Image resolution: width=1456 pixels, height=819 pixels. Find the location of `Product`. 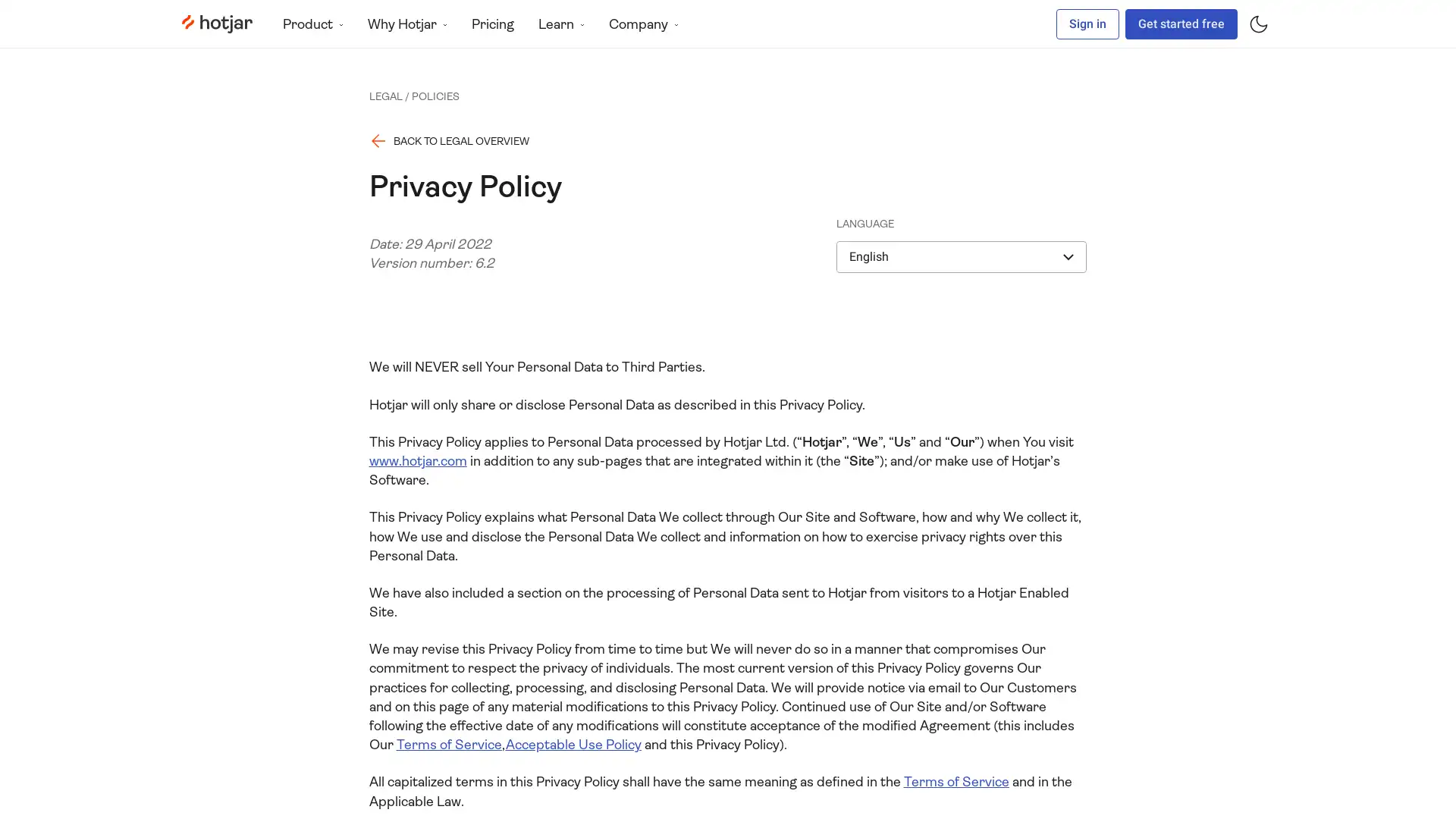

Product is located at coordinates (312, 24).